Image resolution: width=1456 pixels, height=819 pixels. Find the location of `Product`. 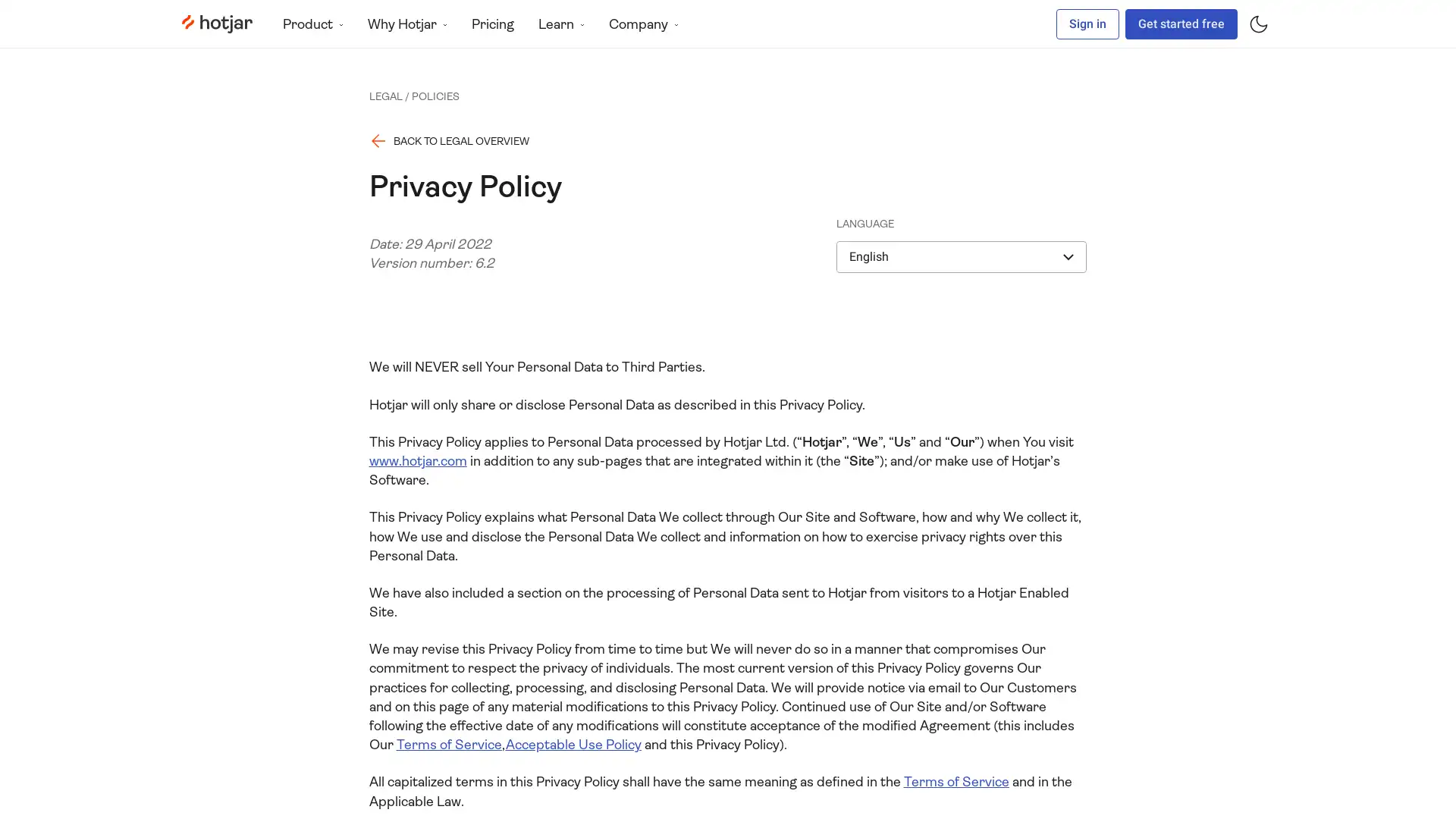

Product is located at coordinates (312, 24).